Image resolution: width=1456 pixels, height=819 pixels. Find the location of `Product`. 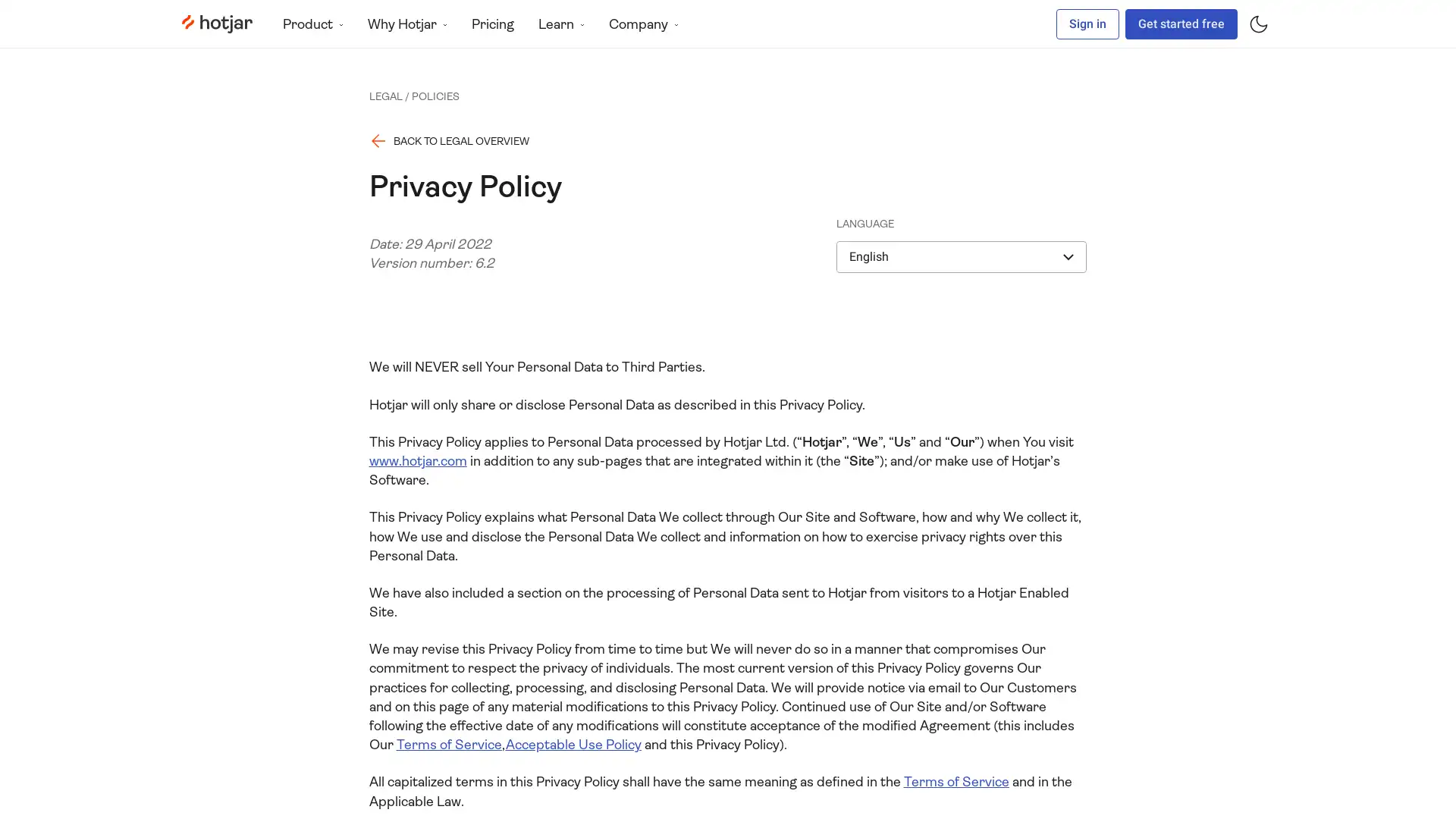

Product is located at coordinates (312, 24).